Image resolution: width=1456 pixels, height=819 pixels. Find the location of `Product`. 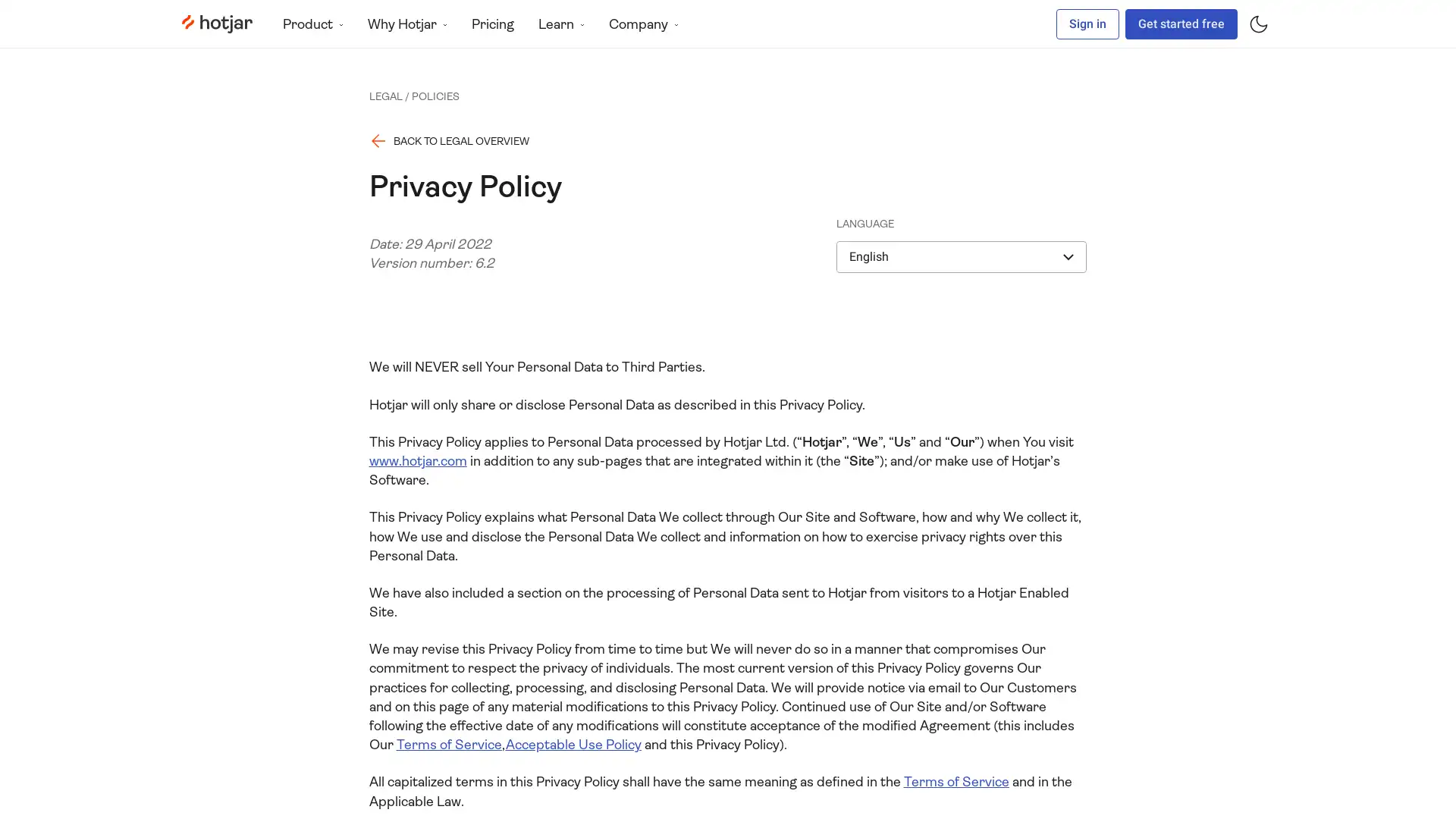

Product is located at coordinates (312, 24).